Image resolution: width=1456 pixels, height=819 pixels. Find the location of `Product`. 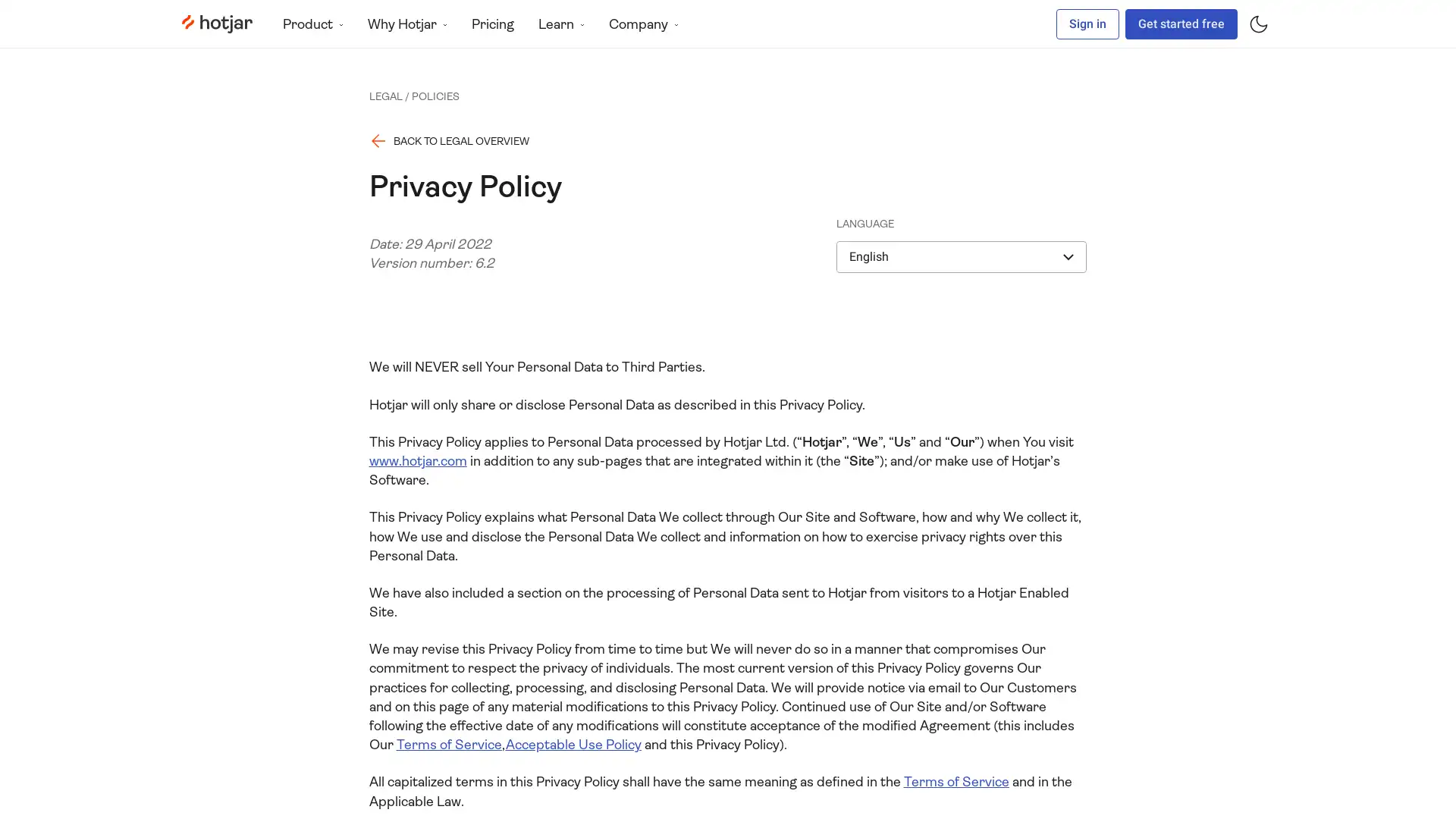

Product is located at coordinates (312, 24).